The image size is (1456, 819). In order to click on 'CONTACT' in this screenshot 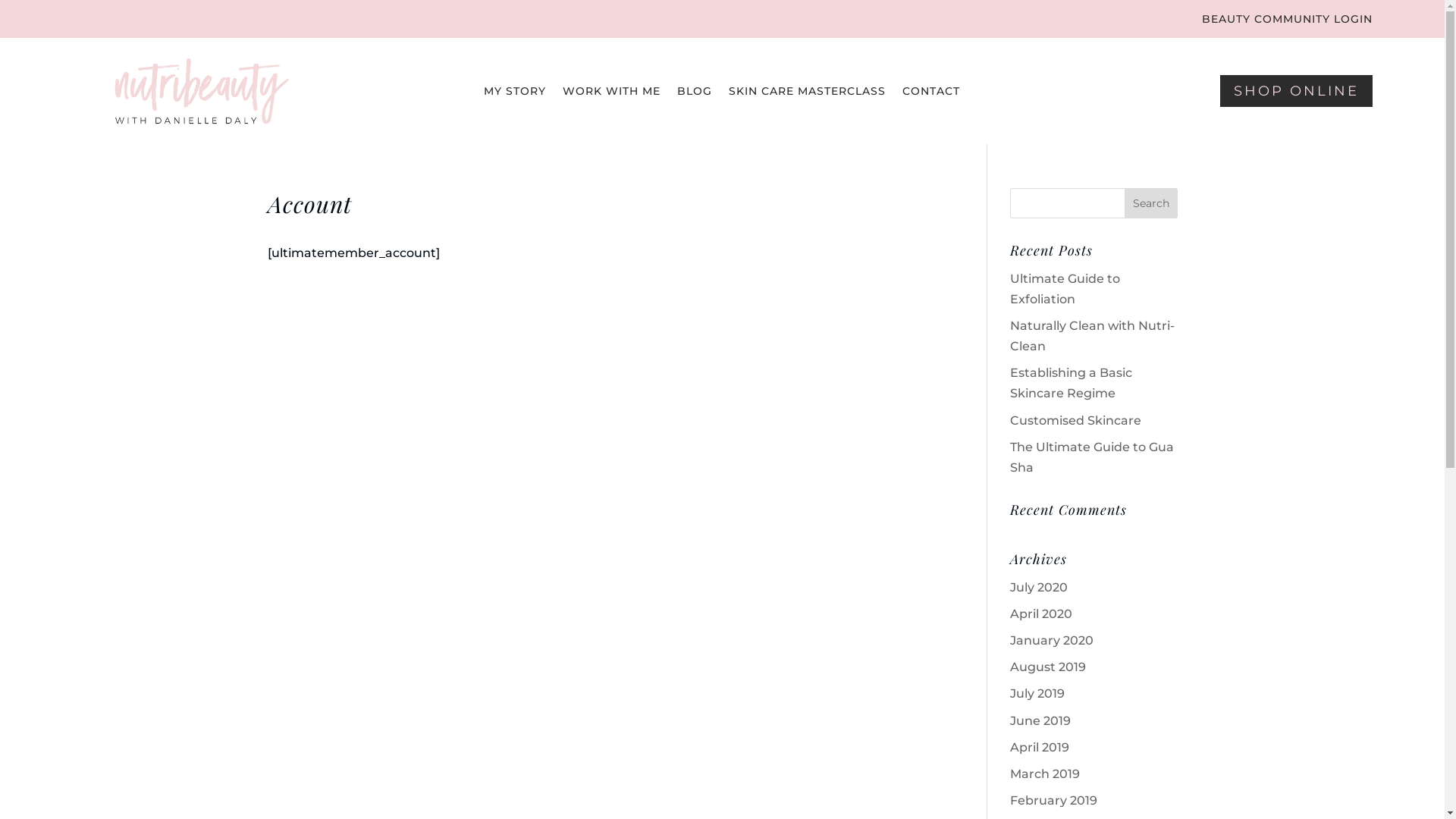, I will do `click(930, 93)`.